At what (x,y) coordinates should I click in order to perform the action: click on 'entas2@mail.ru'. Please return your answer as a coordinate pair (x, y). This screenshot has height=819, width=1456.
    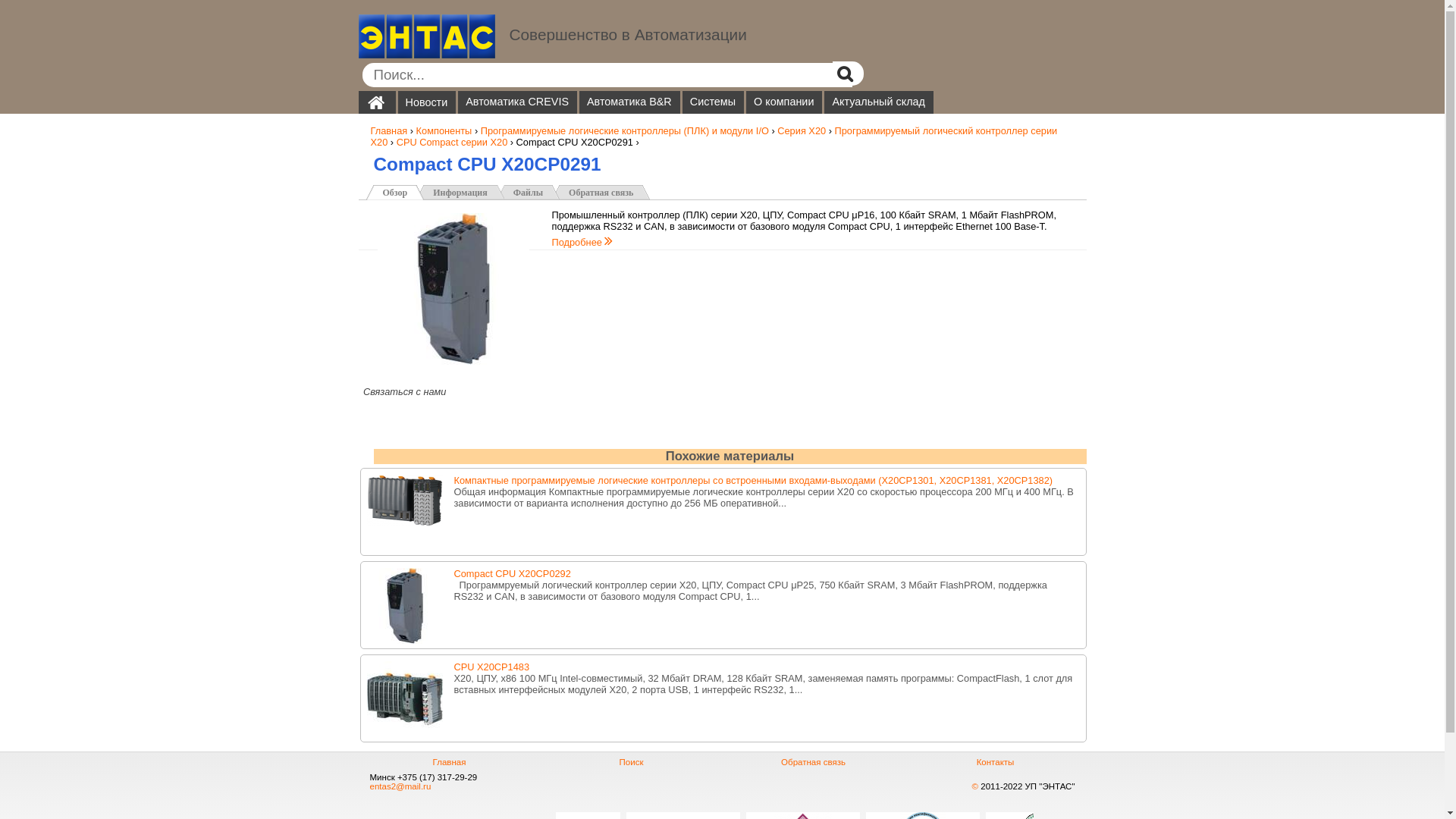
    Looking at the image, I should click on (400, 786).